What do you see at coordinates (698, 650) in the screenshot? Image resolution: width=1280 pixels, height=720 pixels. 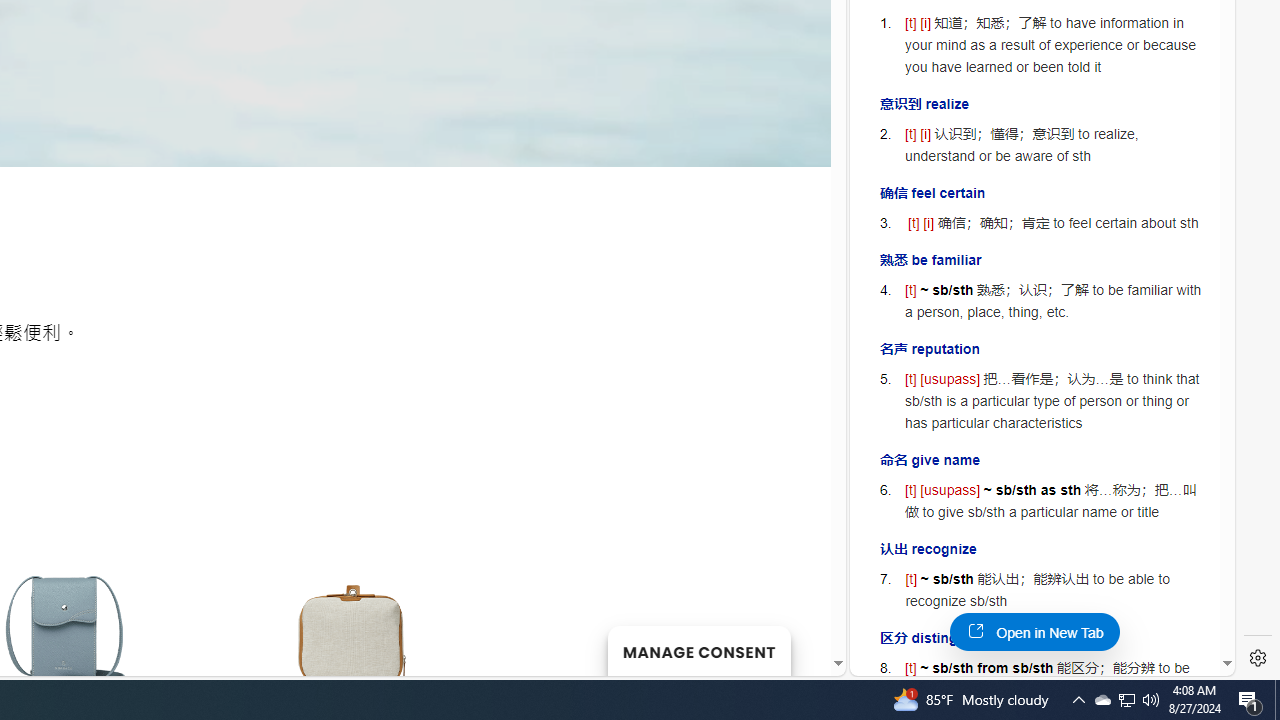 I see `'MANAGE CONSENT'` at bounding box center [698, 650].